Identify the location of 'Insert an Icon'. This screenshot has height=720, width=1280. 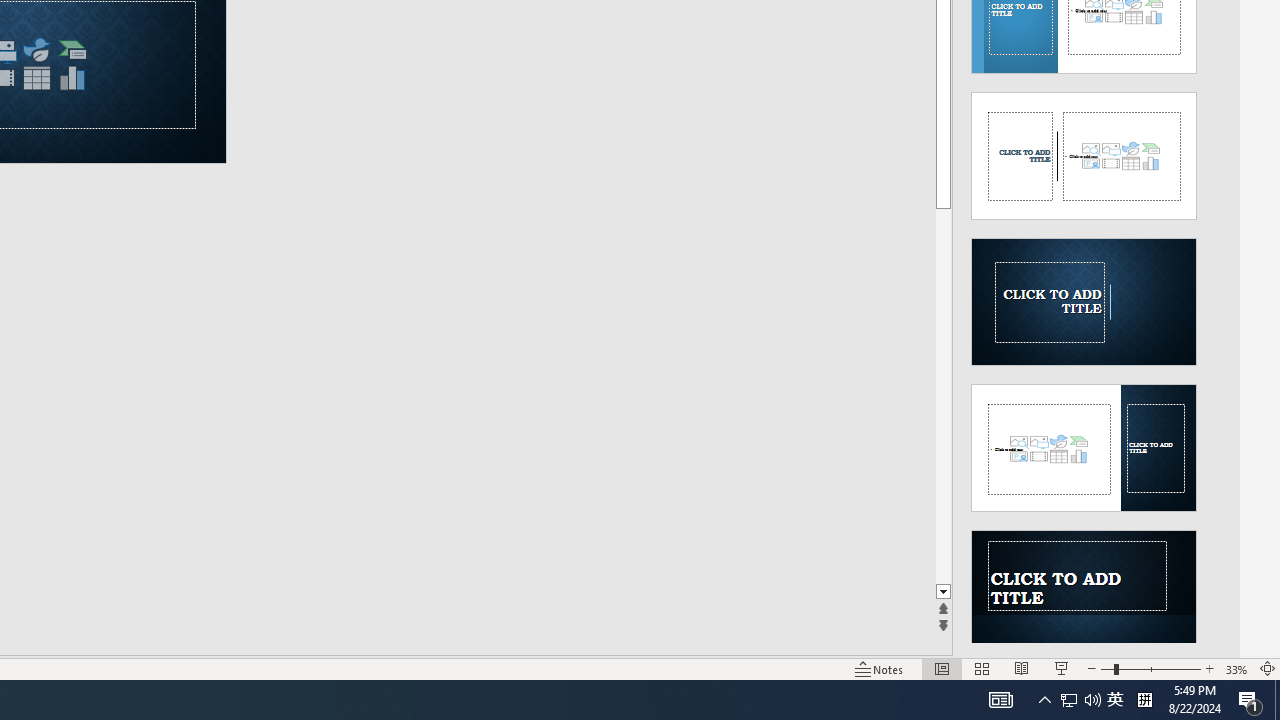
(36, 49).